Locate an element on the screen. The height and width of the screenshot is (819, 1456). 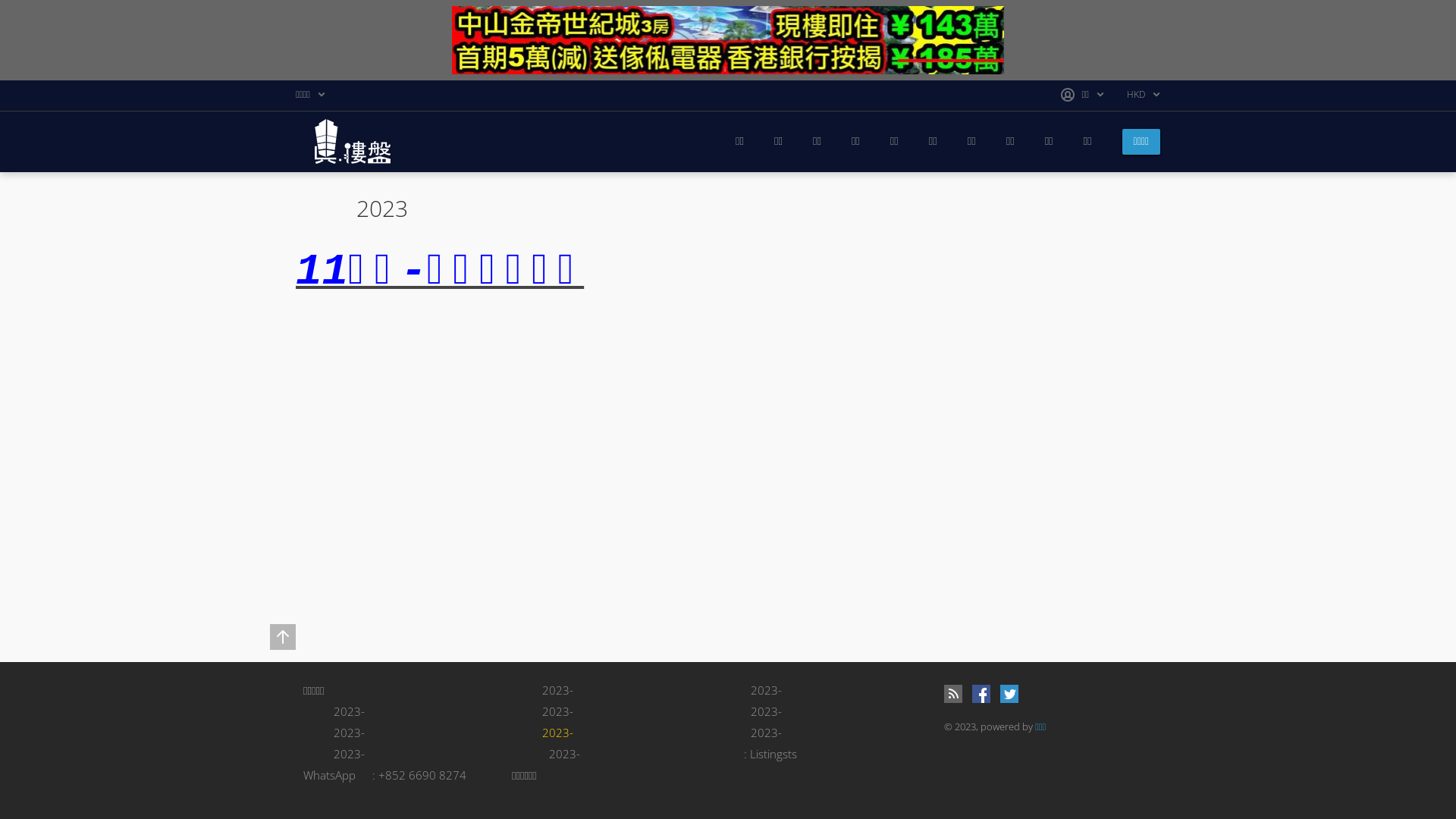
'Subscribe to RSS-feed' is located at coordinates (952, 693).